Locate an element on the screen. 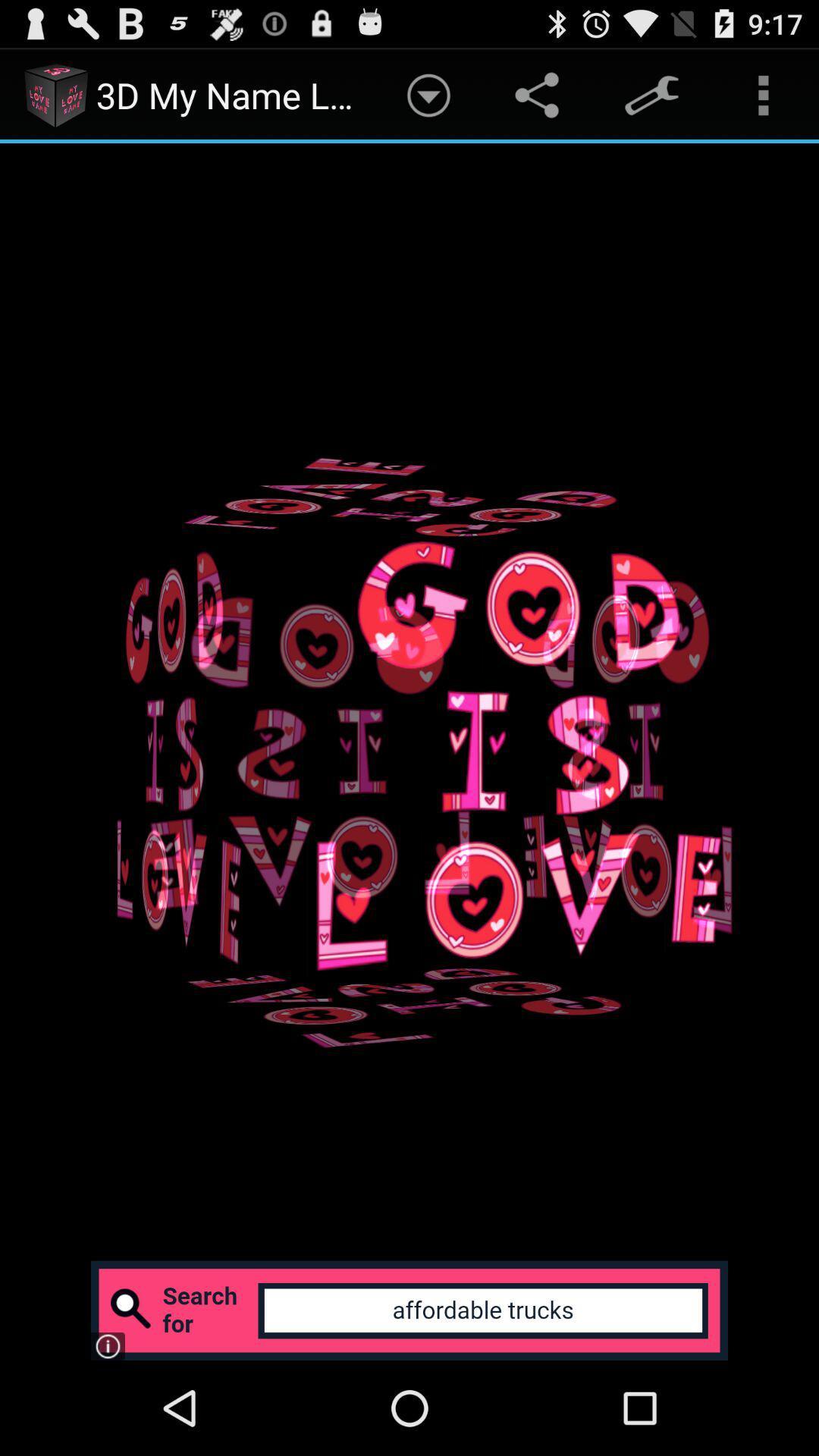 Image resolution: width=819 pixels, height=1456 pixels. app next to the 3d my name item is located at coordinates (428, 94).